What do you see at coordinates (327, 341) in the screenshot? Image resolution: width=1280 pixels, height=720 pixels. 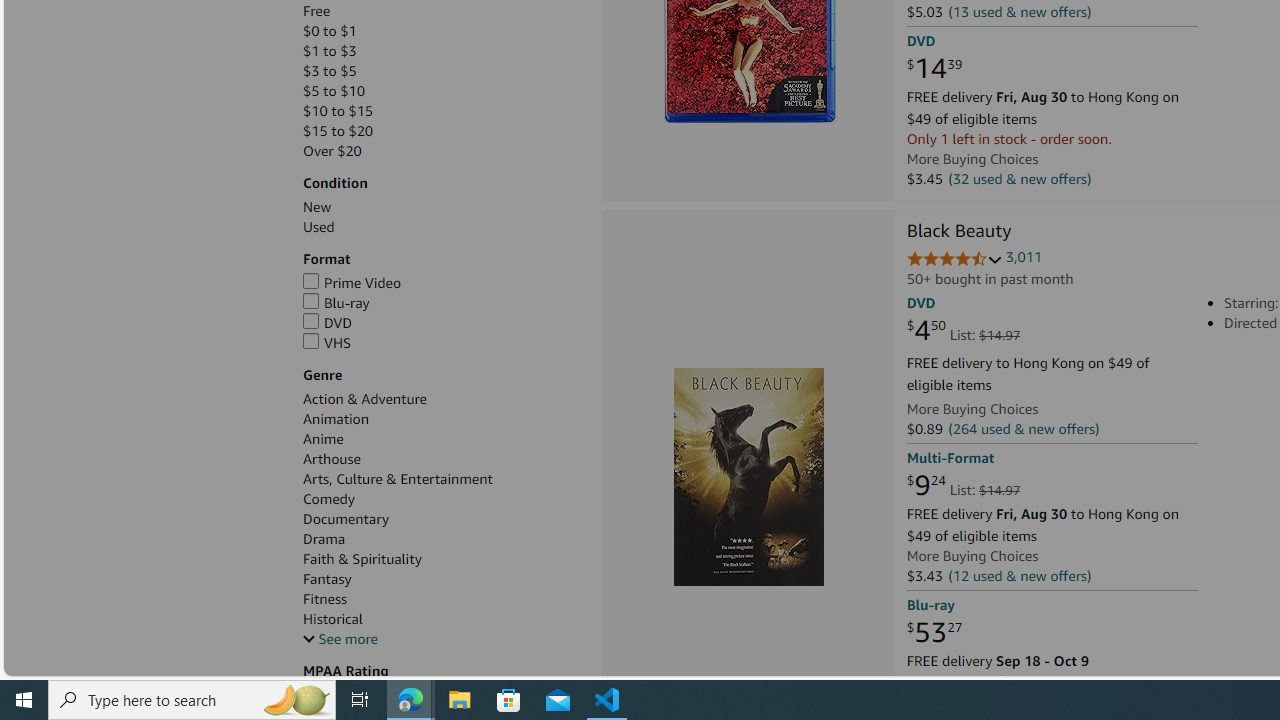 I see `'VHS'` at bounding box center [327, 341].